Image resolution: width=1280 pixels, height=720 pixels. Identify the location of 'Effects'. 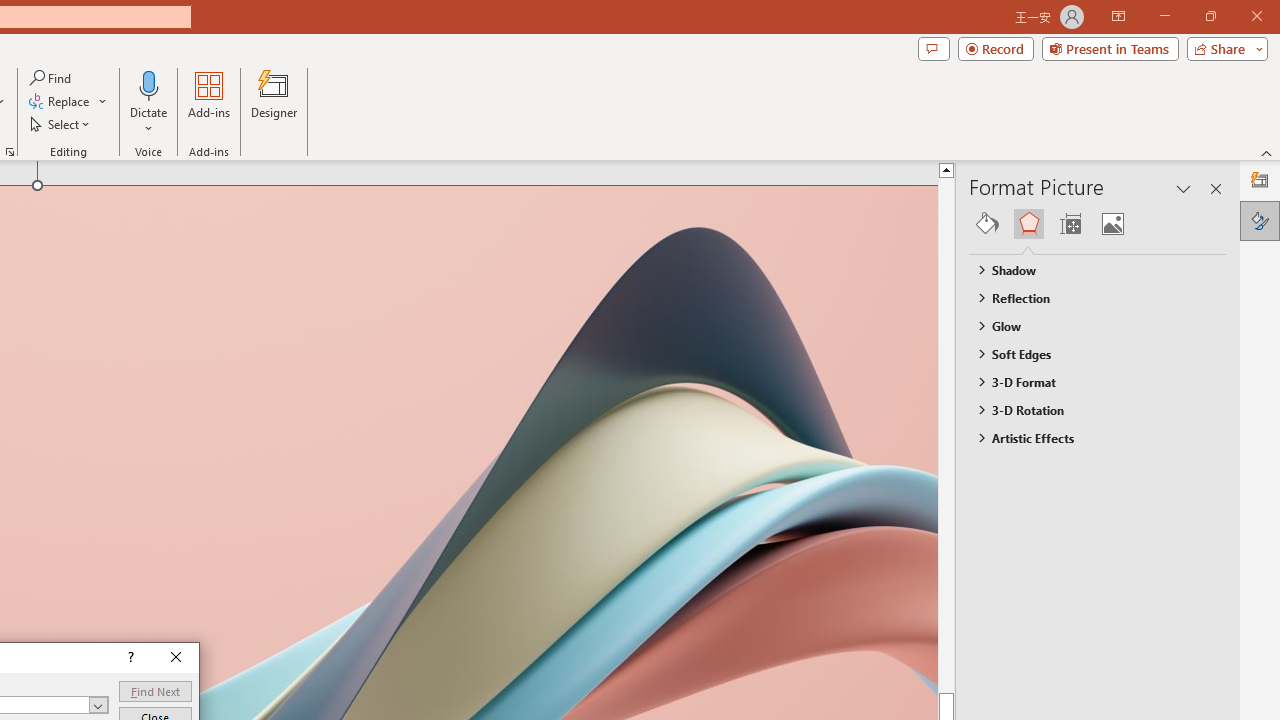
(1028, 223).